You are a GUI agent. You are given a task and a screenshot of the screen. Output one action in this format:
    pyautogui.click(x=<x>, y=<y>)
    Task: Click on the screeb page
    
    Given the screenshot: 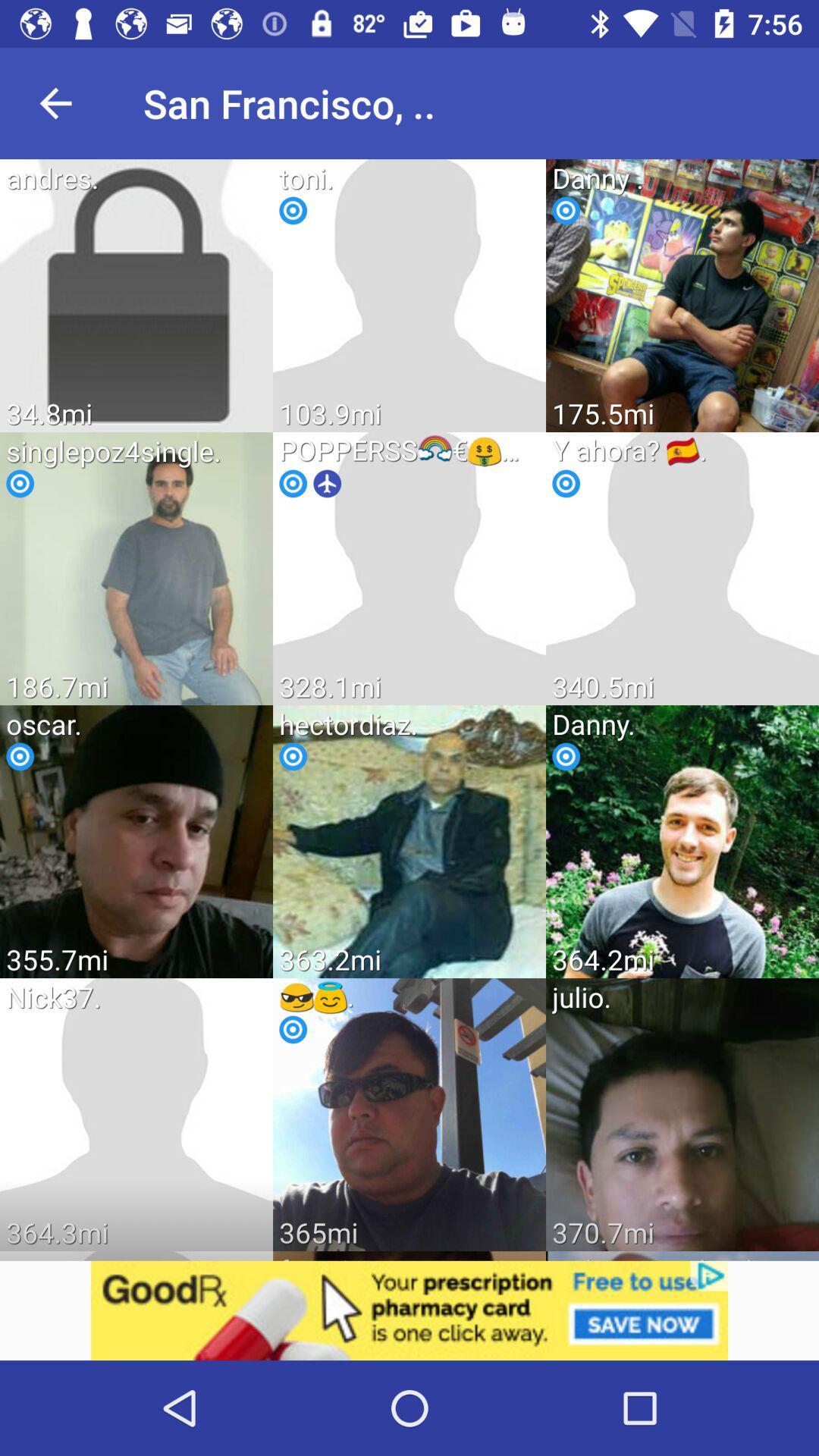 What is the action you would take?
    pyautogui.click(x=409, y=1310)
    